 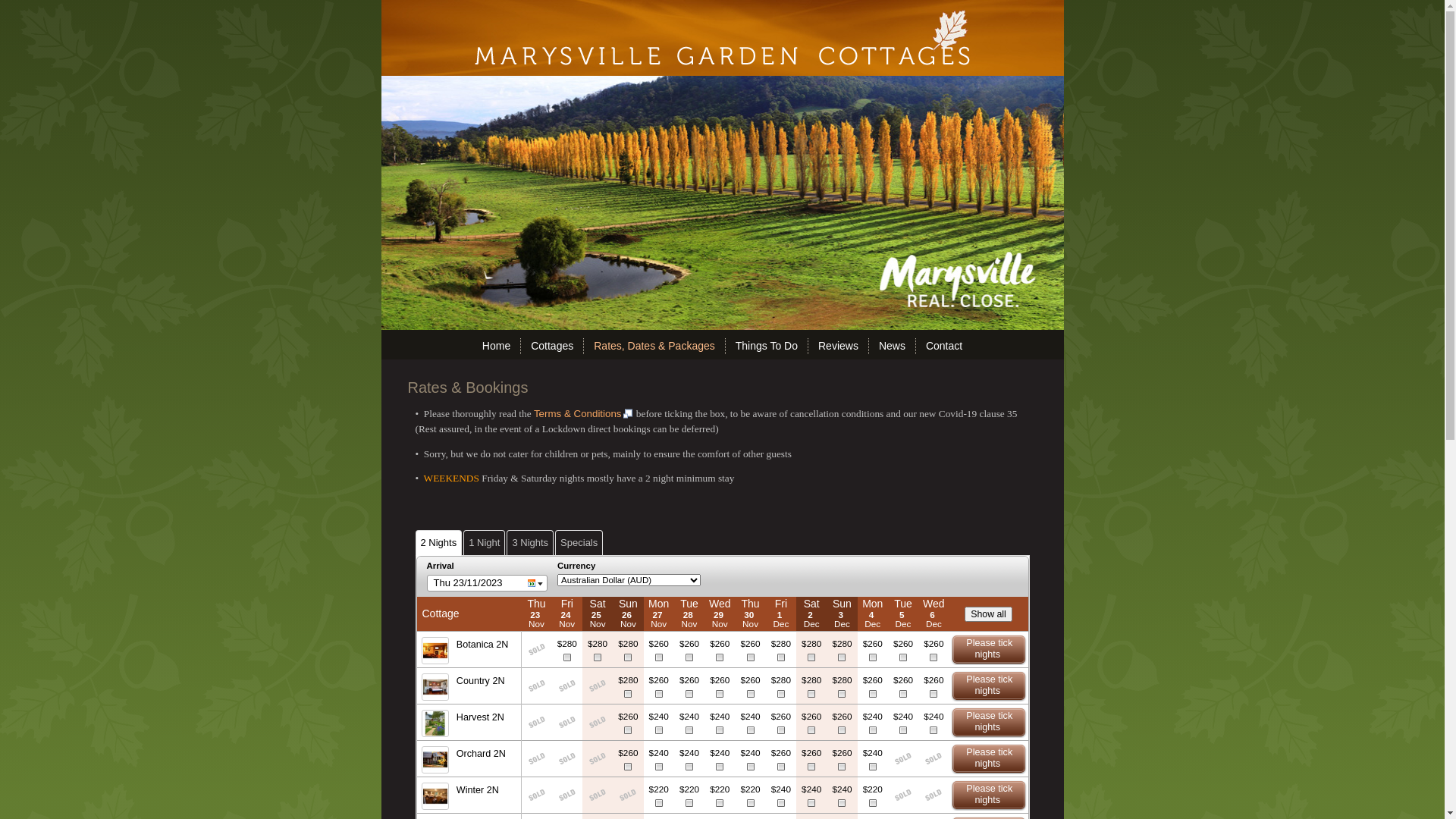 I want to click on 'Contact', so click(x=943, y=345).